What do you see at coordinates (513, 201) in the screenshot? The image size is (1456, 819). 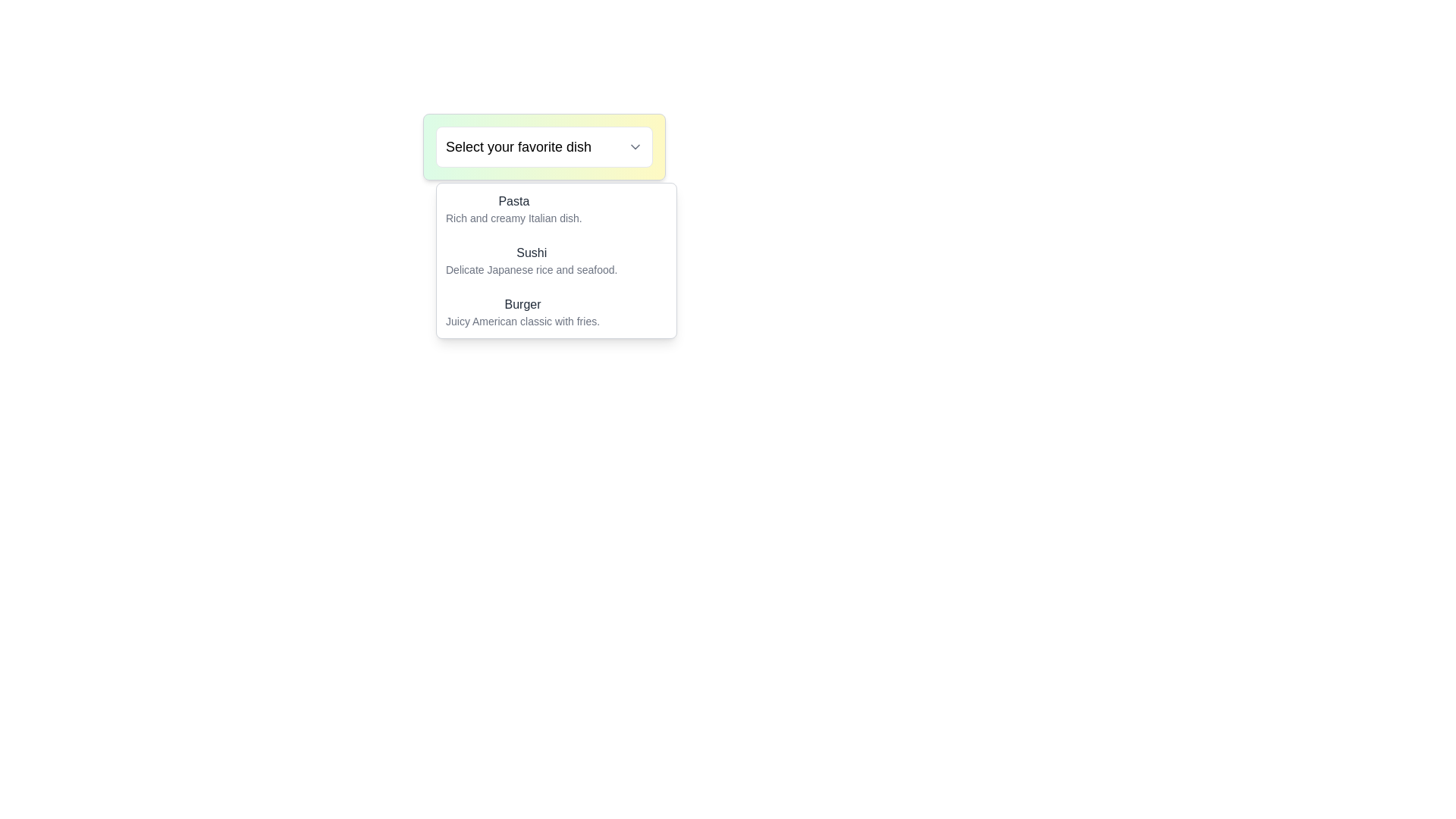 I see `the content of the 'Pasta' label, which is the first option in the dropdown menu` at bounding box center [513, 201].